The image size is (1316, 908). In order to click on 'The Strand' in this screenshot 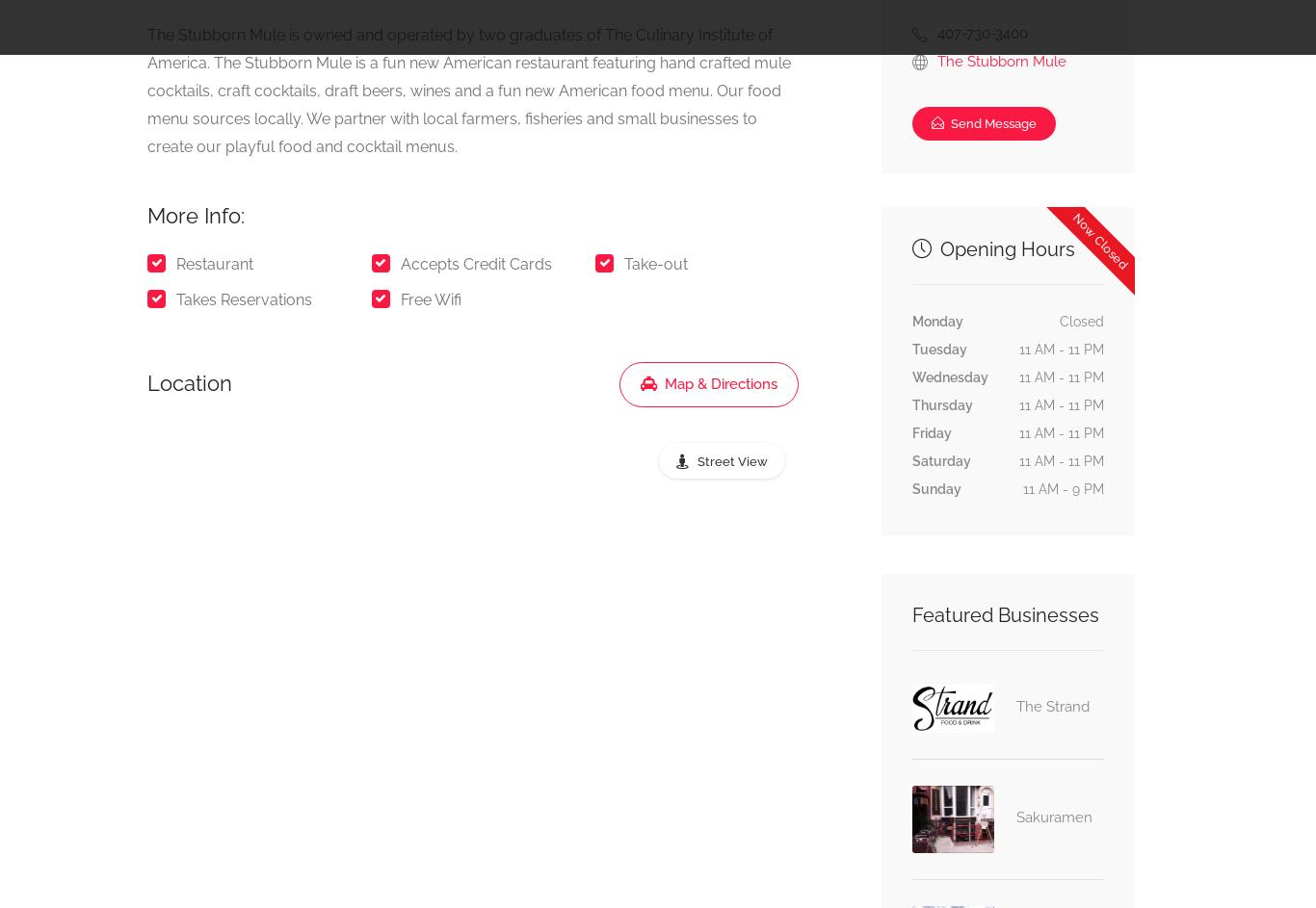, I will do `click(1014, 704)`.